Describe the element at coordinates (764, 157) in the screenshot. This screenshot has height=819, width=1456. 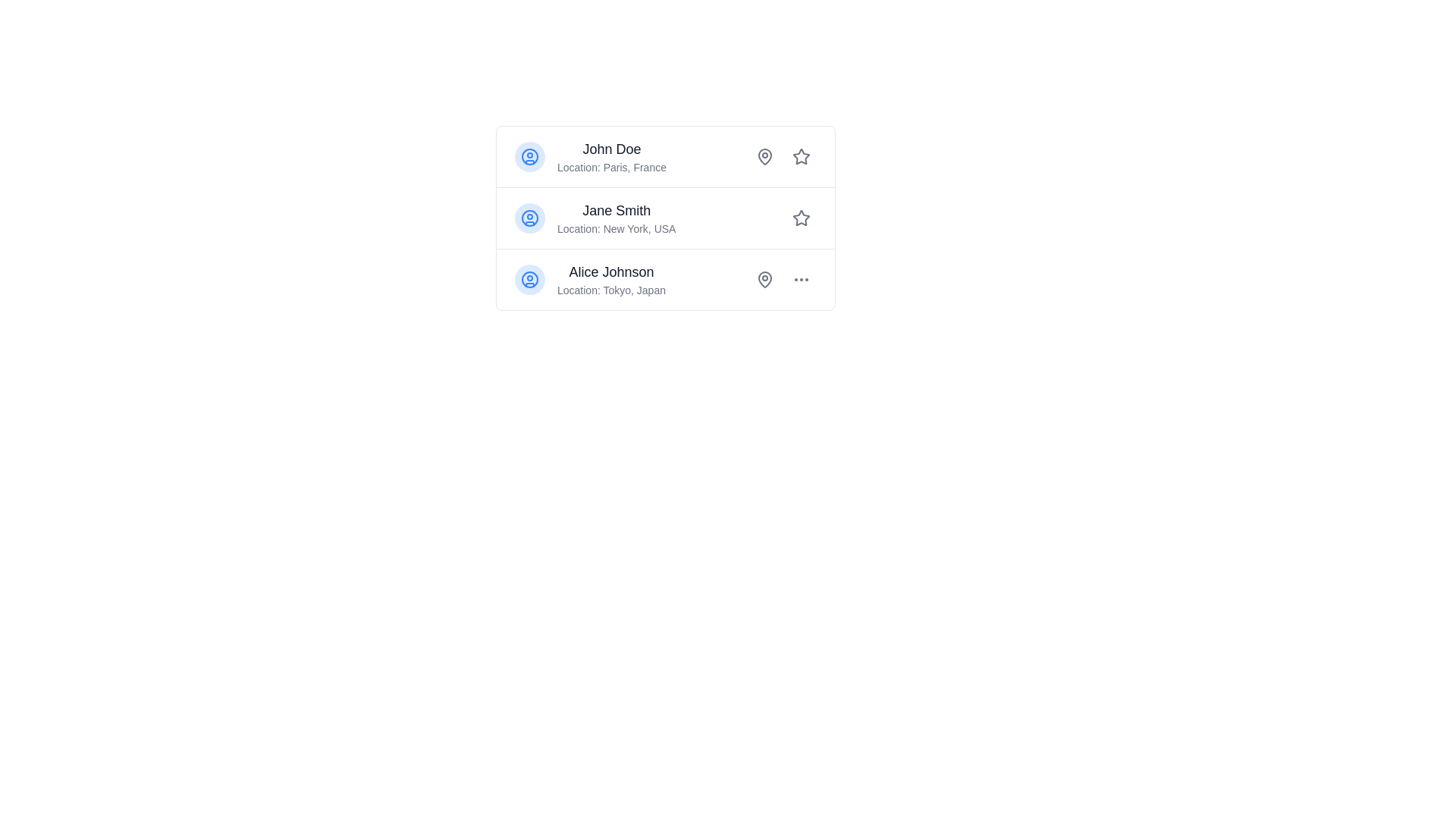
I see `the map pin icon located to the right of the text 'John Doe'` at that location.